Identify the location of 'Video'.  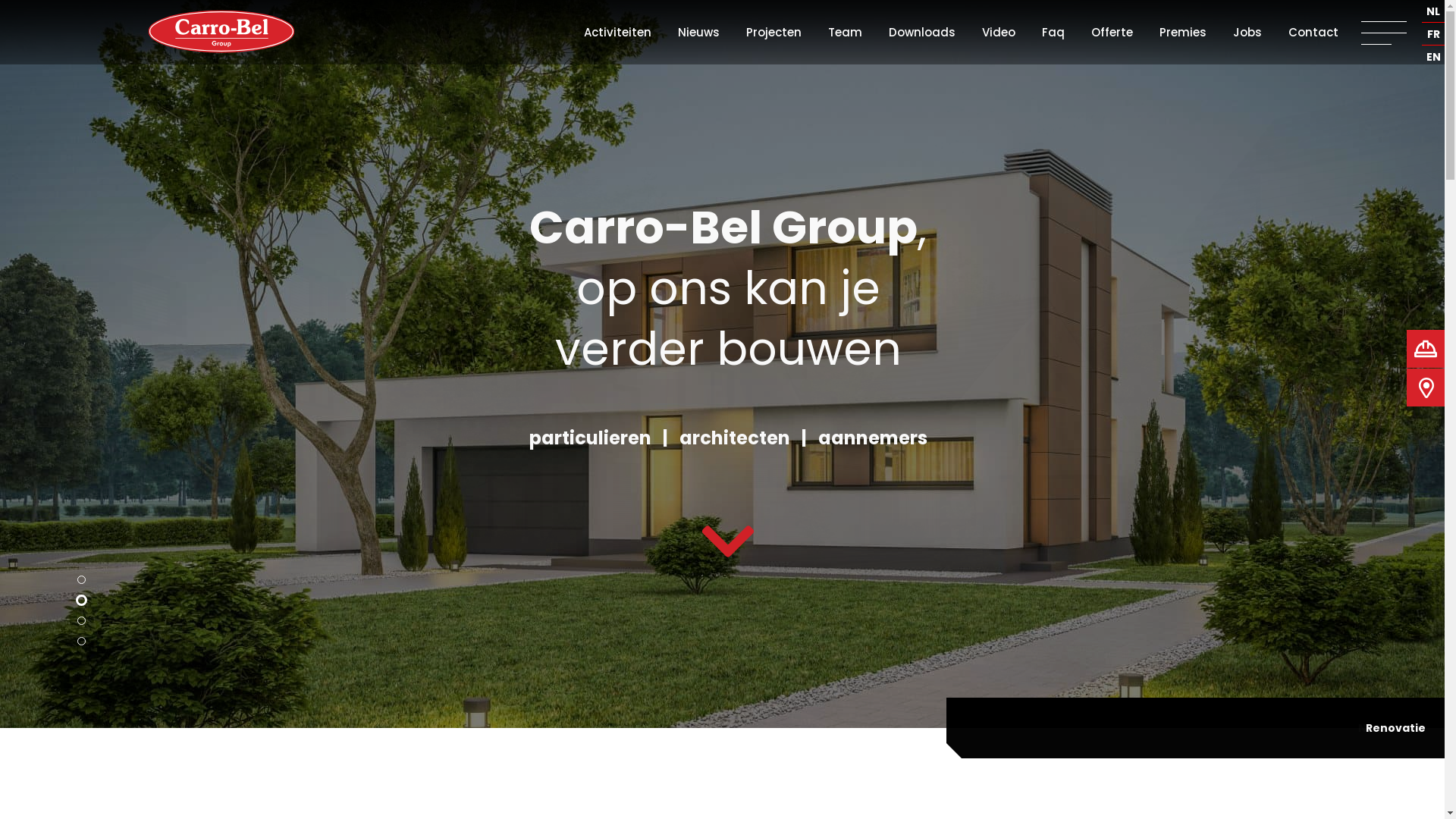
(998, 32).